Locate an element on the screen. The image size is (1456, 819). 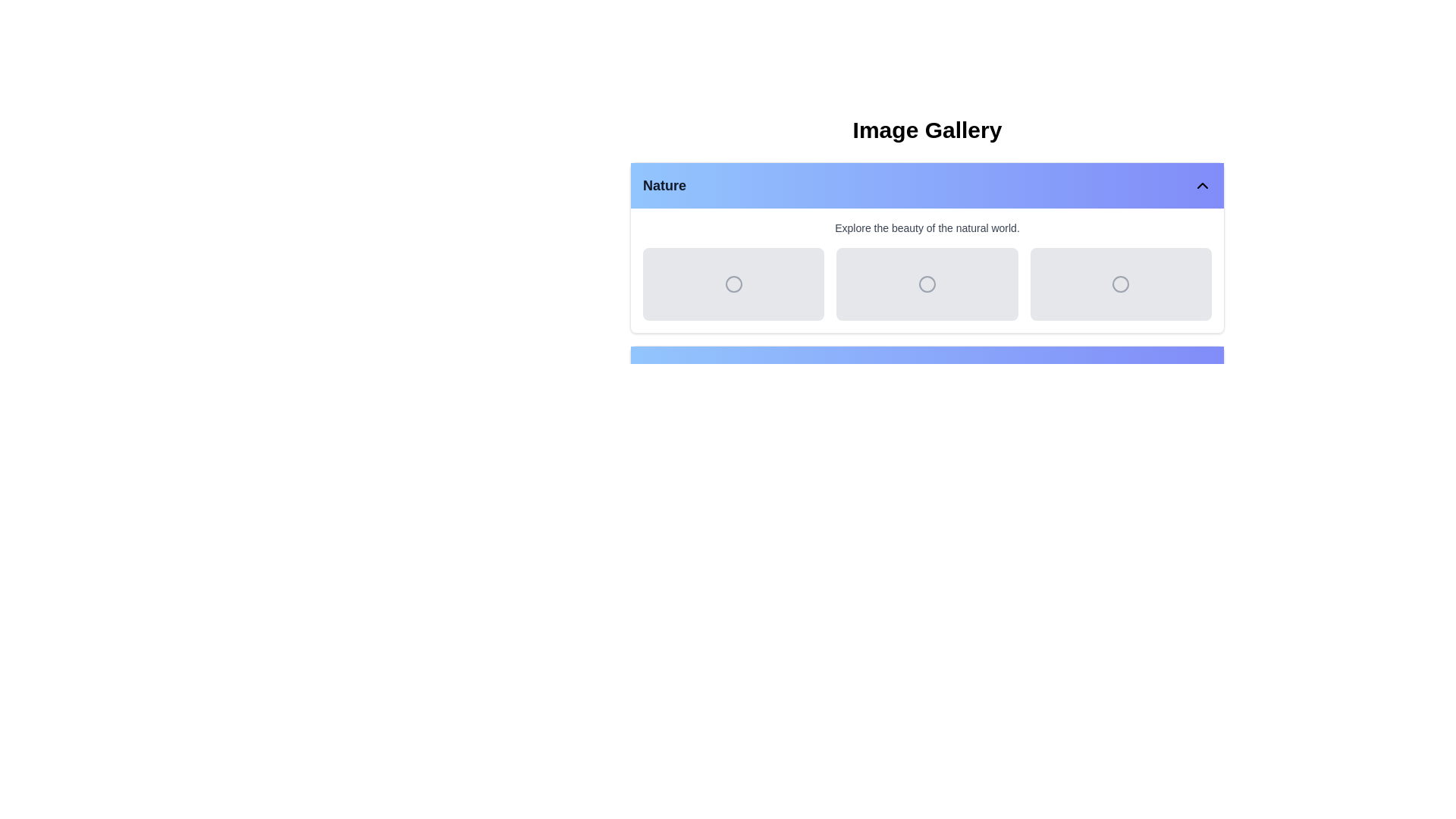
toggle button for the 'Nature' category to collapse it is located at coordinates (1201, 185).